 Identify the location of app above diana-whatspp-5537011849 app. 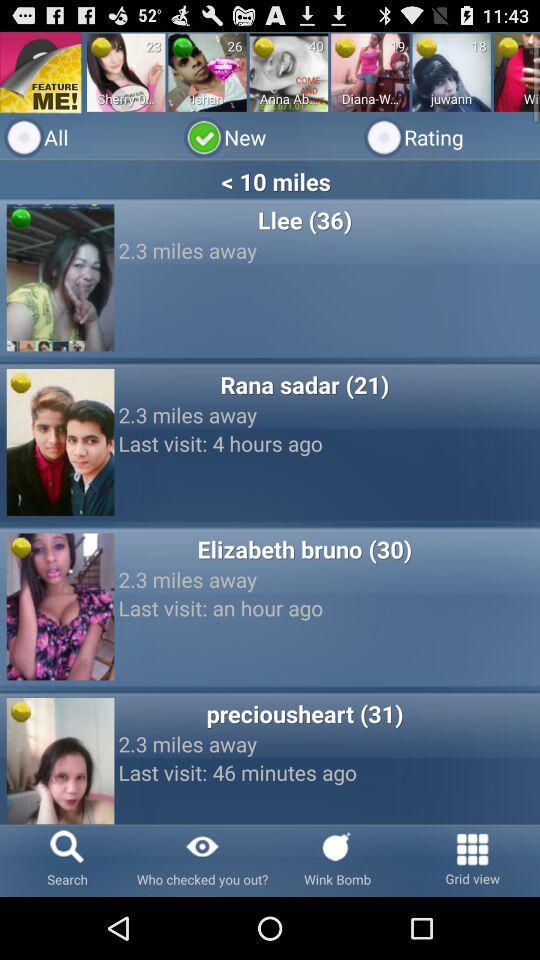
(344, 46).